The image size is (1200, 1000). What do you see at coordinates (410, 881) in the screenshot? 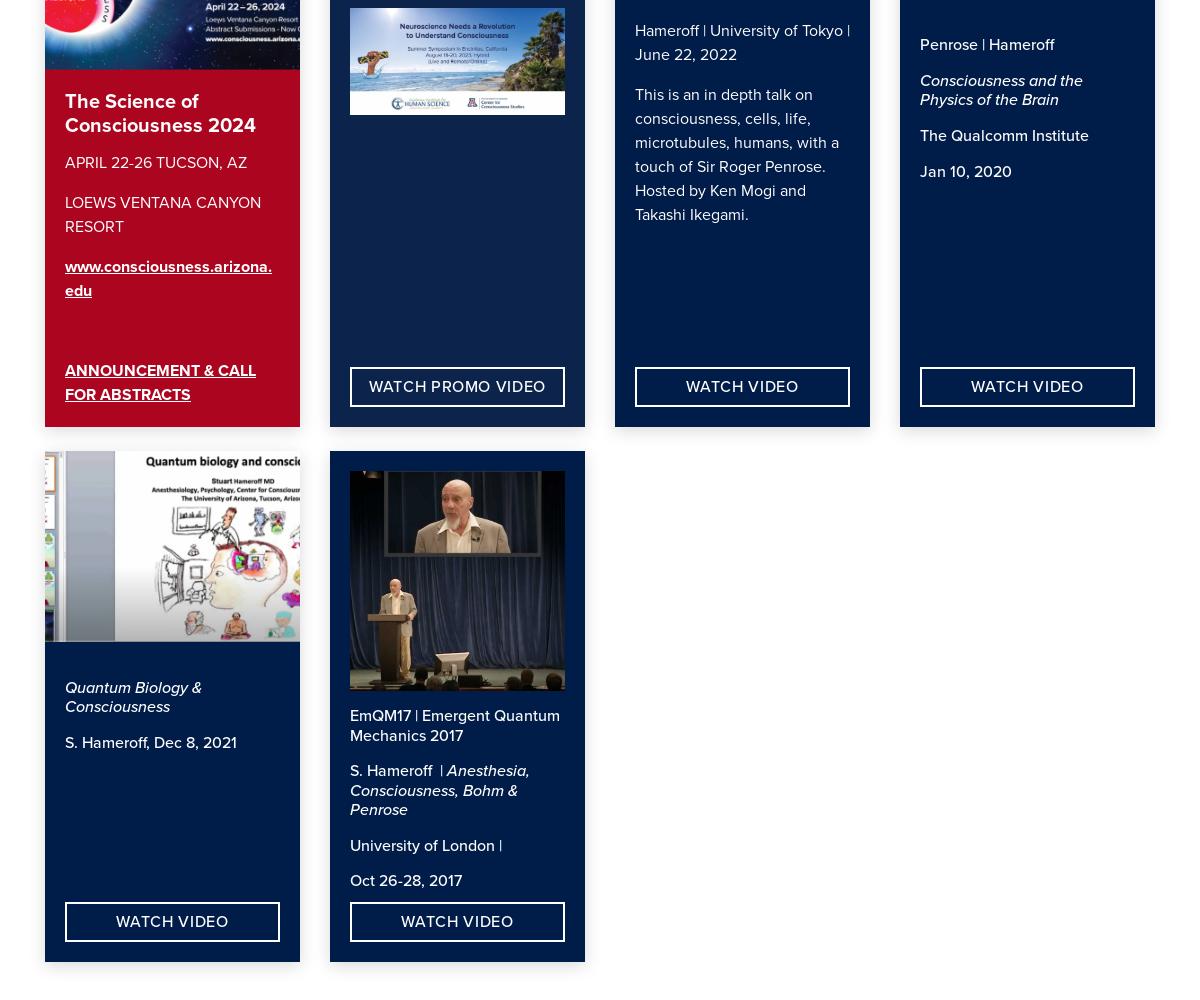
I see `'Oct 26-28, 2017'` at bounding box center [410, 881].